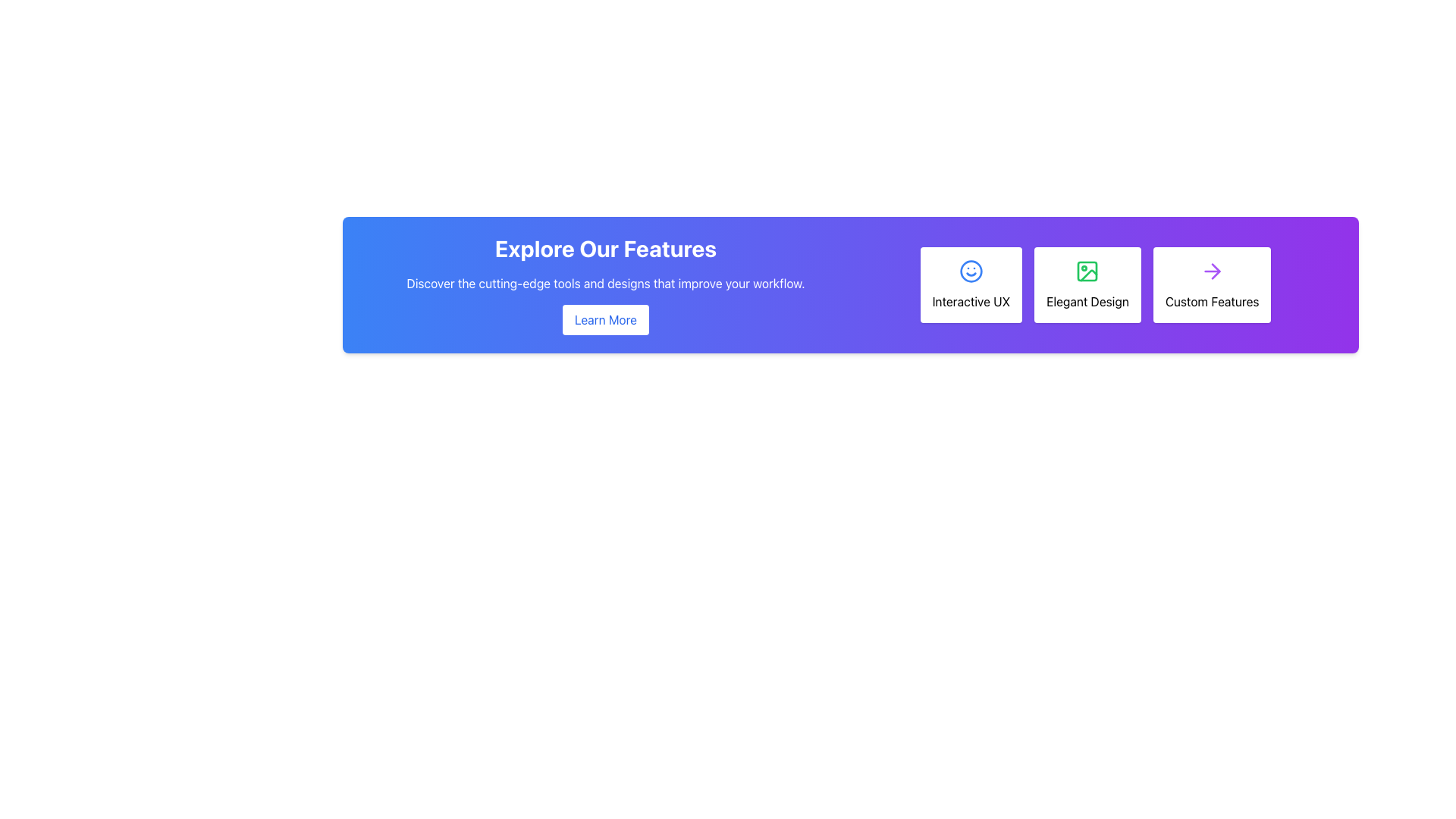 Image resolution: width=1456 pixels, height=819 pixels. What do you see at coordinates (971, 271) in the screenshot?
I see `the 'Interactive UX' icon, which is visually represented within the first card labeled 'Interactive UX' located in the middle of three feature cards` at bounding box center [971, 271].